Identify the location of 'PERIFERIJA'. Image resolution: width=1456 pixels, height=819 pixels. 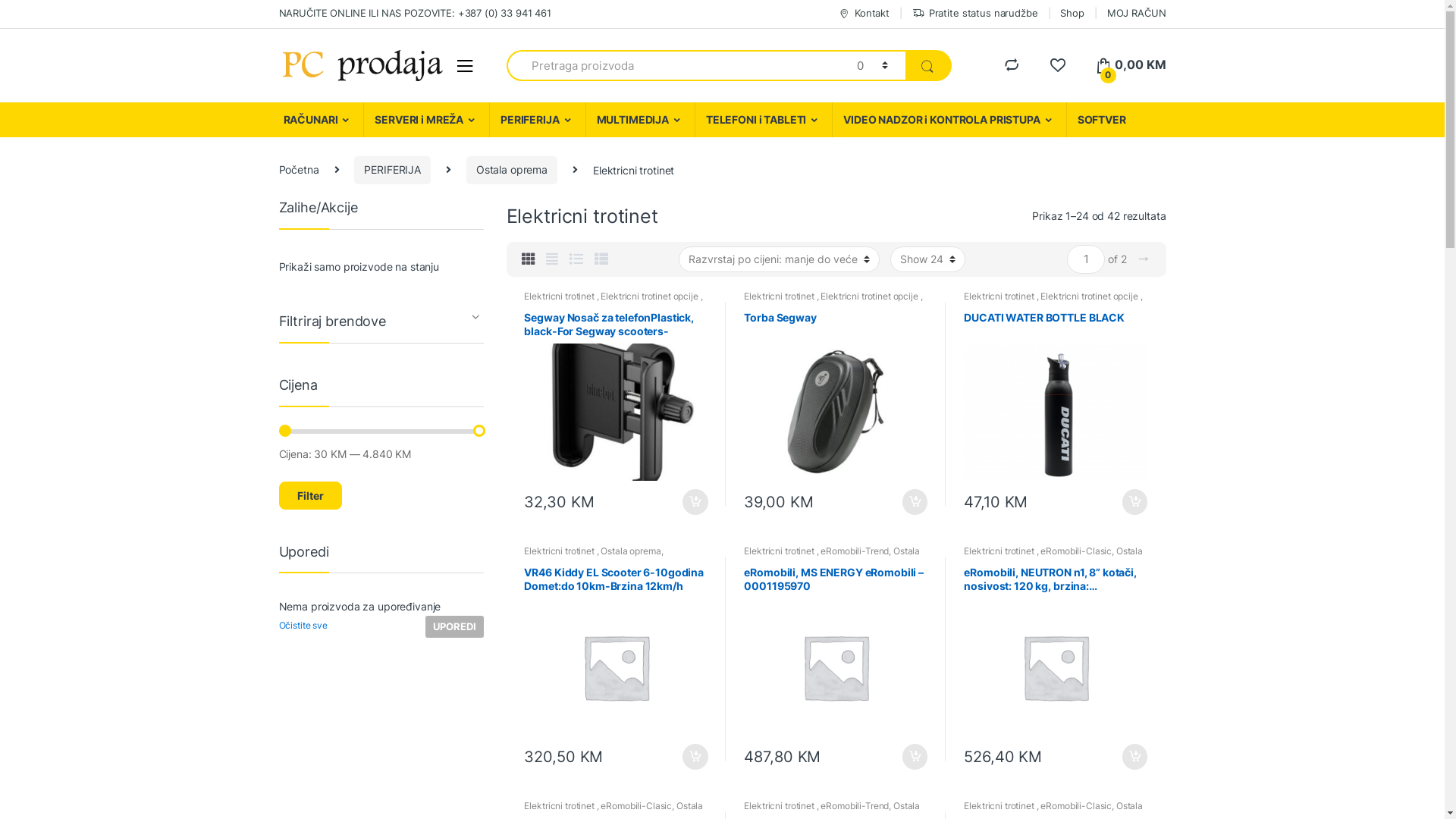
(488, 119).